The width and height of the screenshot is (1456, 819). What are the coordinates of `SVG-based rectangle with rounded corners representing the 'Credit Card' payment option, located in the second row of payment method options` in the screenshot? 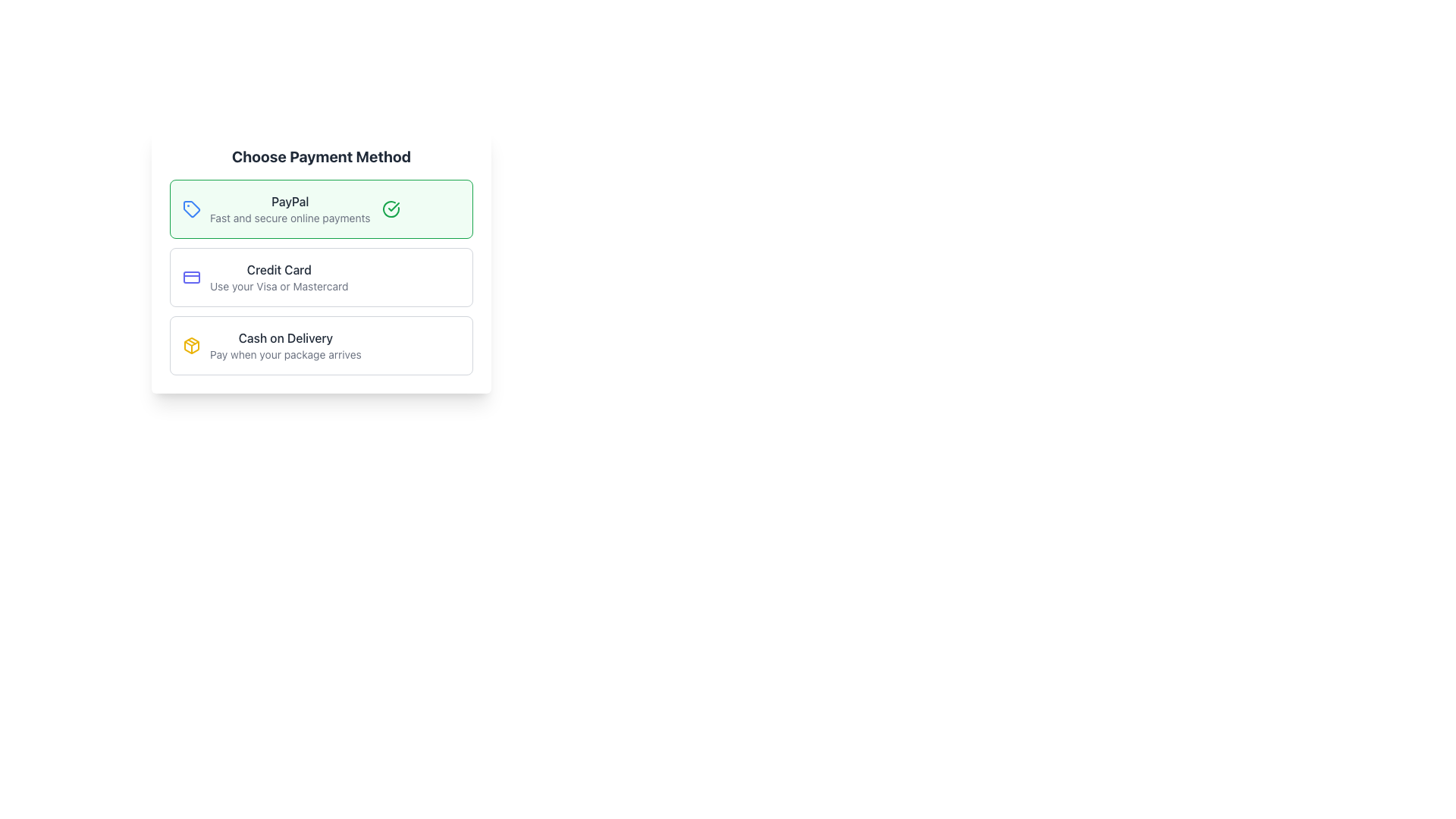 It's located at (191, 278).